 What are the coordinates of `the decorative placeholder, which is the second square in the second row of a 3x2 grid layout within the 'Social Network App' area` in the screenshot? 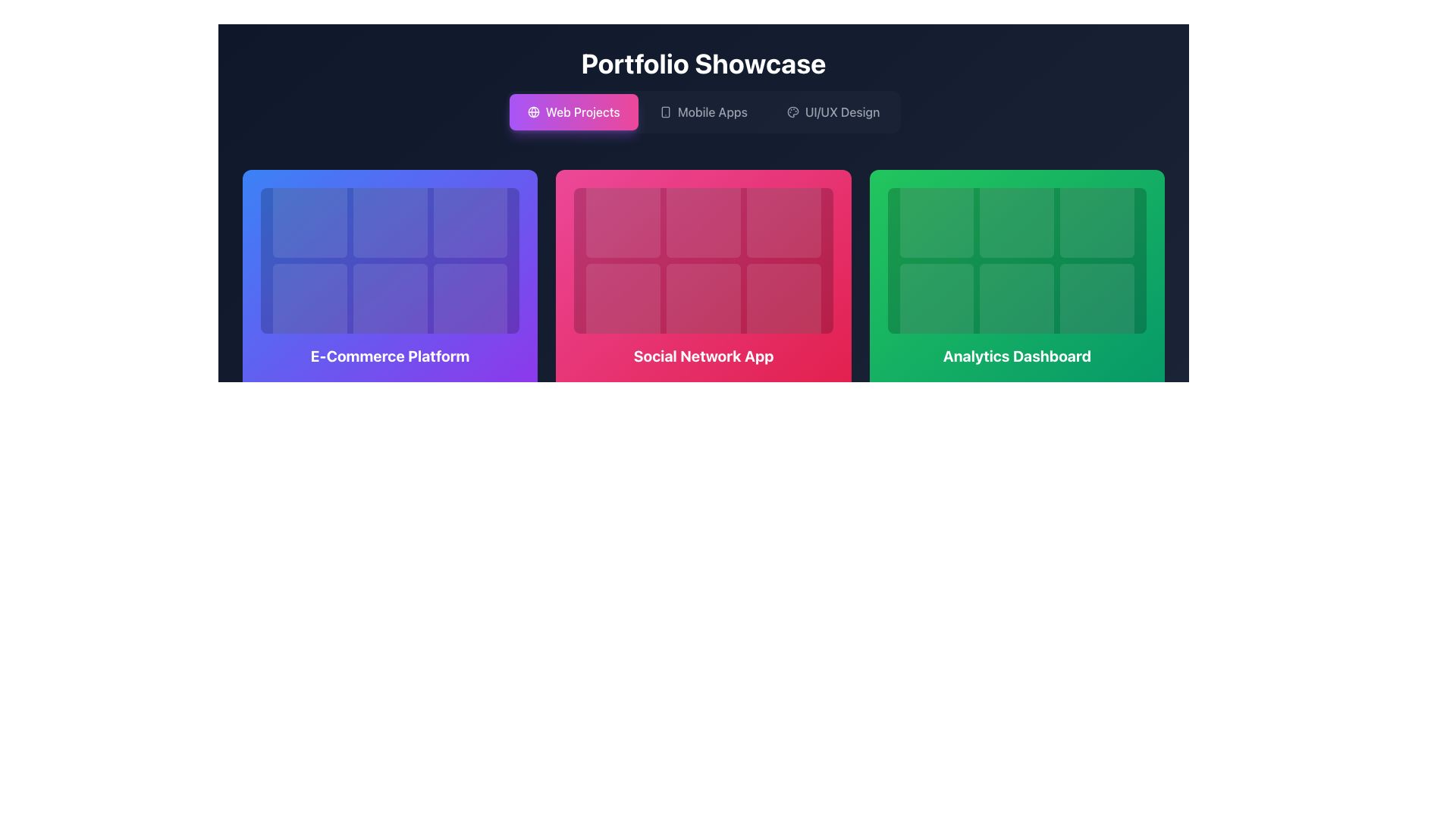 It's located at (702, 300).